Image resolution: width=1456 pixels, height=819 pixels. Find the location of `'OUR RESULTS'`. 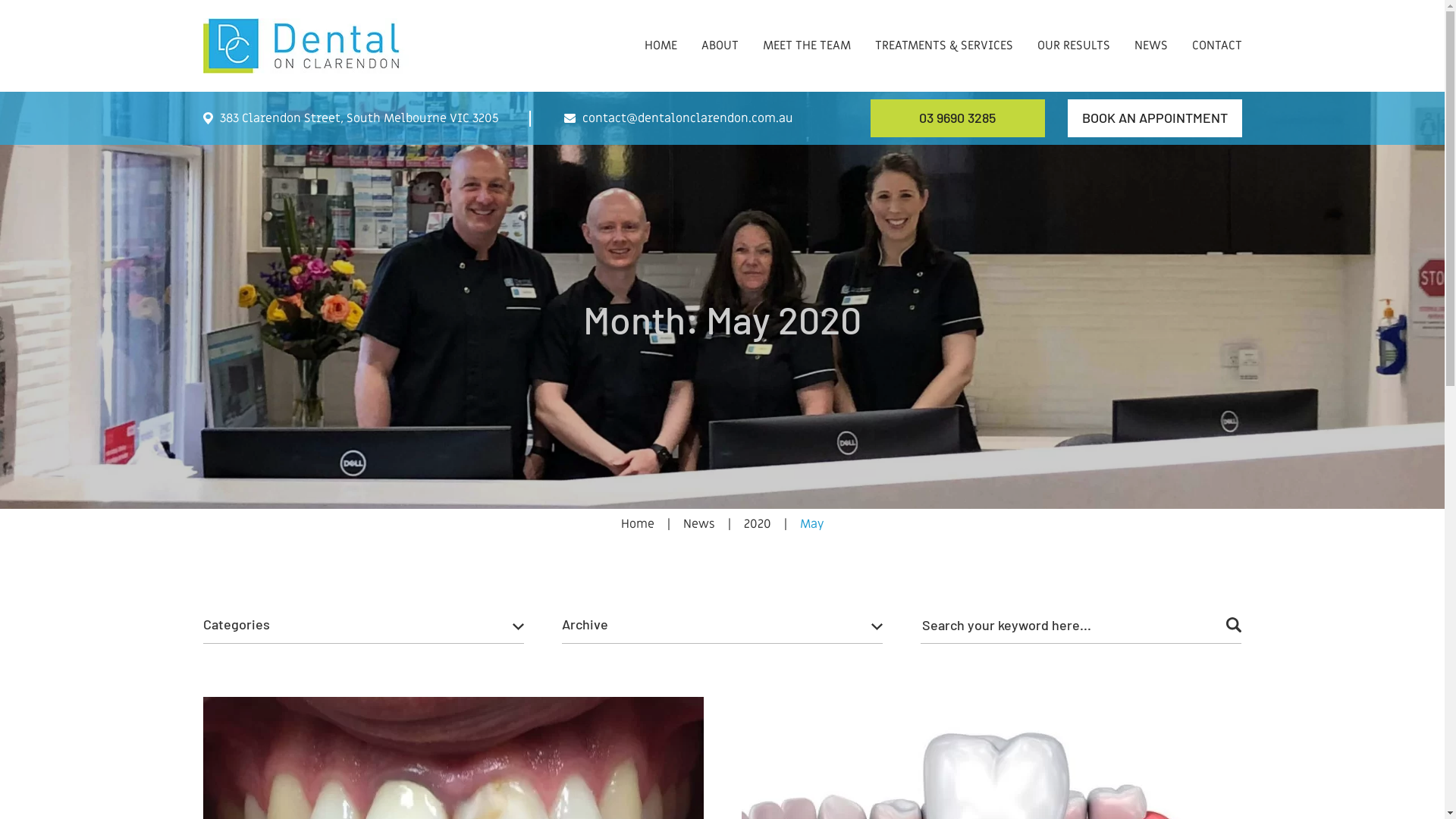

'OUR RESULTS' is located at coordinates (1073, 30).